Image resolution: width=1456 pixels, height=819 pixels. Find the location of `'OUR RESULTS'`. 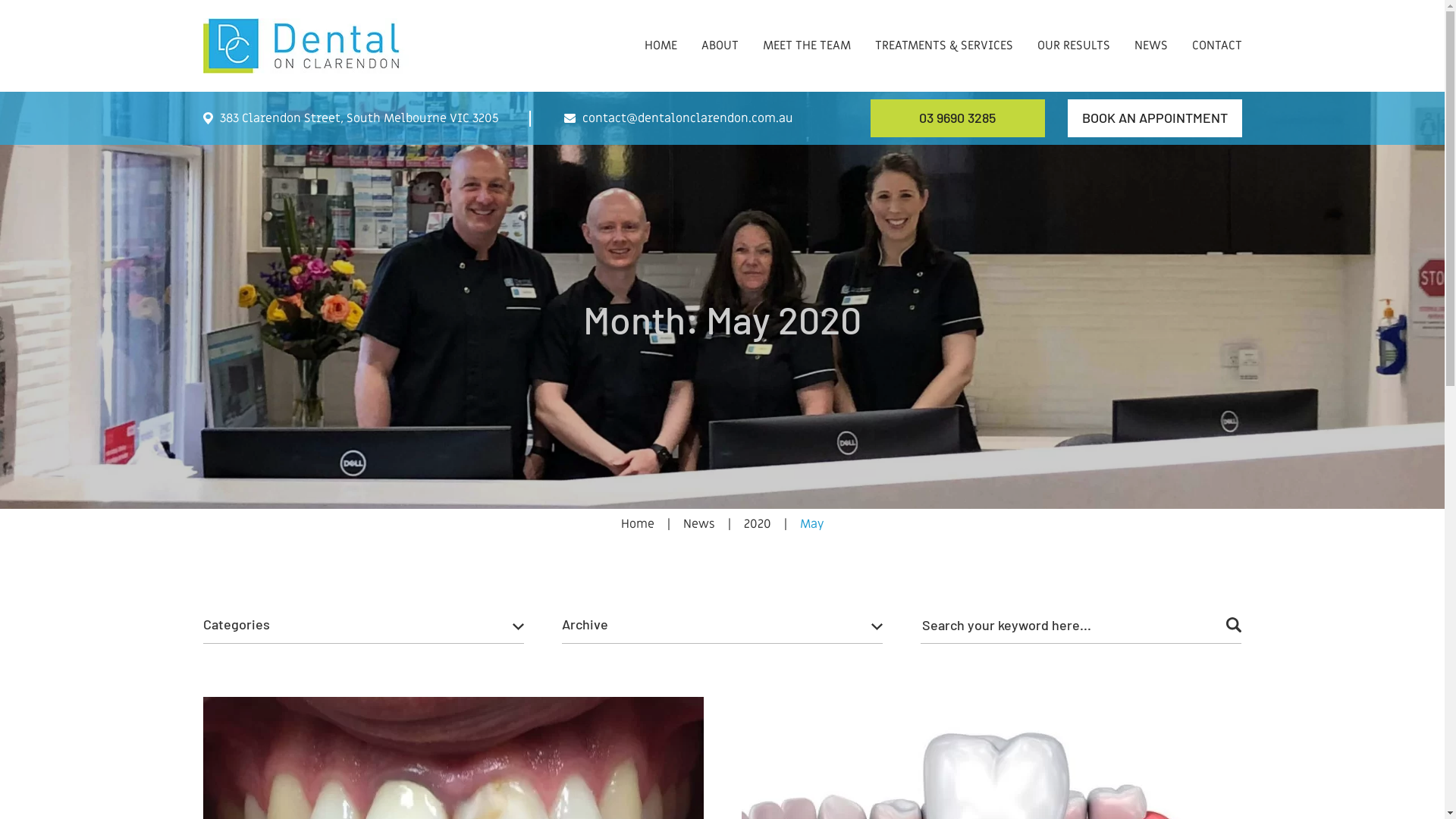

'OUR RESULTS' is located at coordinates (1073, 30).